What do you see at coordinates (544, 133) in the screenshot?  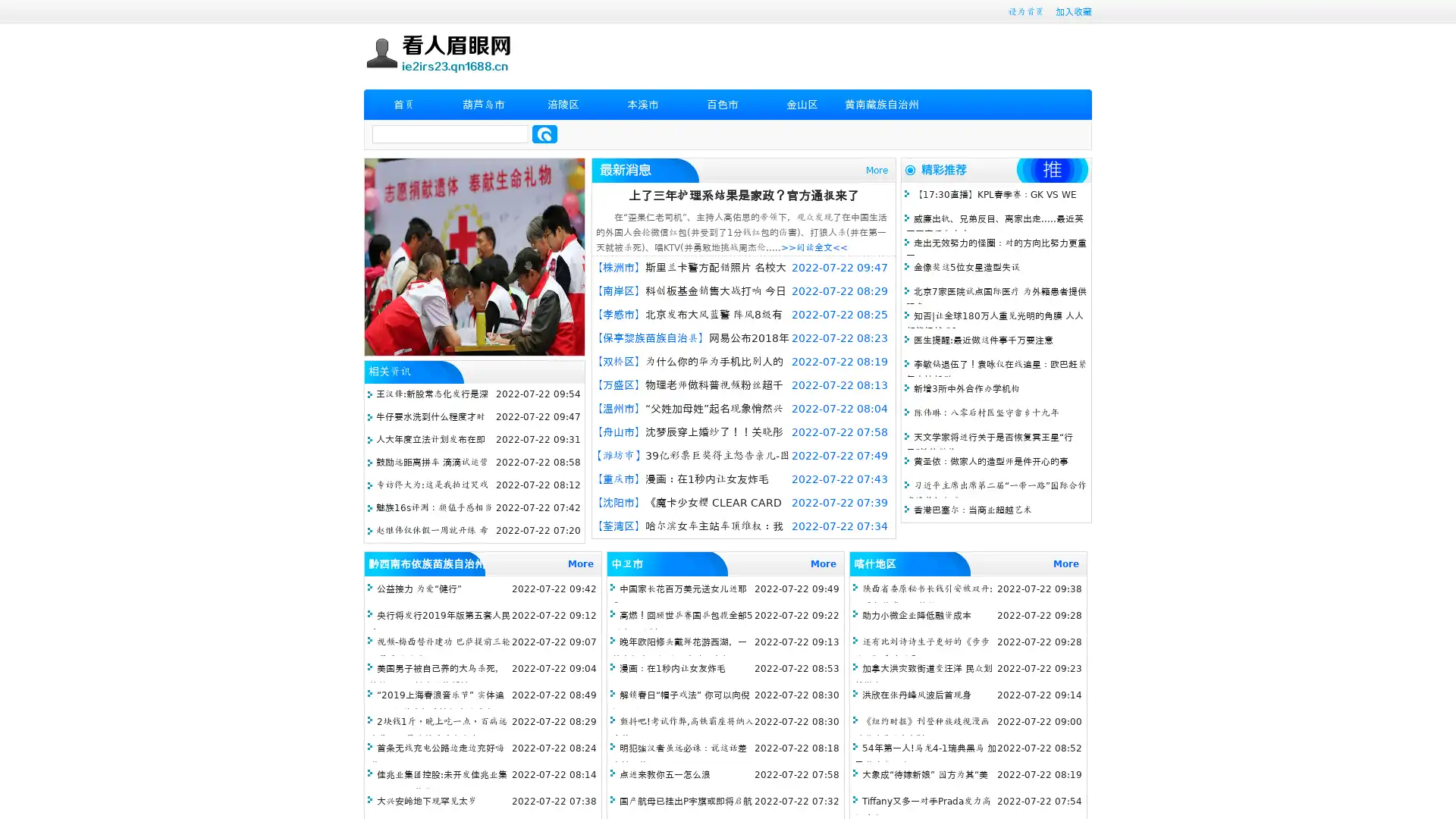 I see `Search` at bounding box center [544, 133].